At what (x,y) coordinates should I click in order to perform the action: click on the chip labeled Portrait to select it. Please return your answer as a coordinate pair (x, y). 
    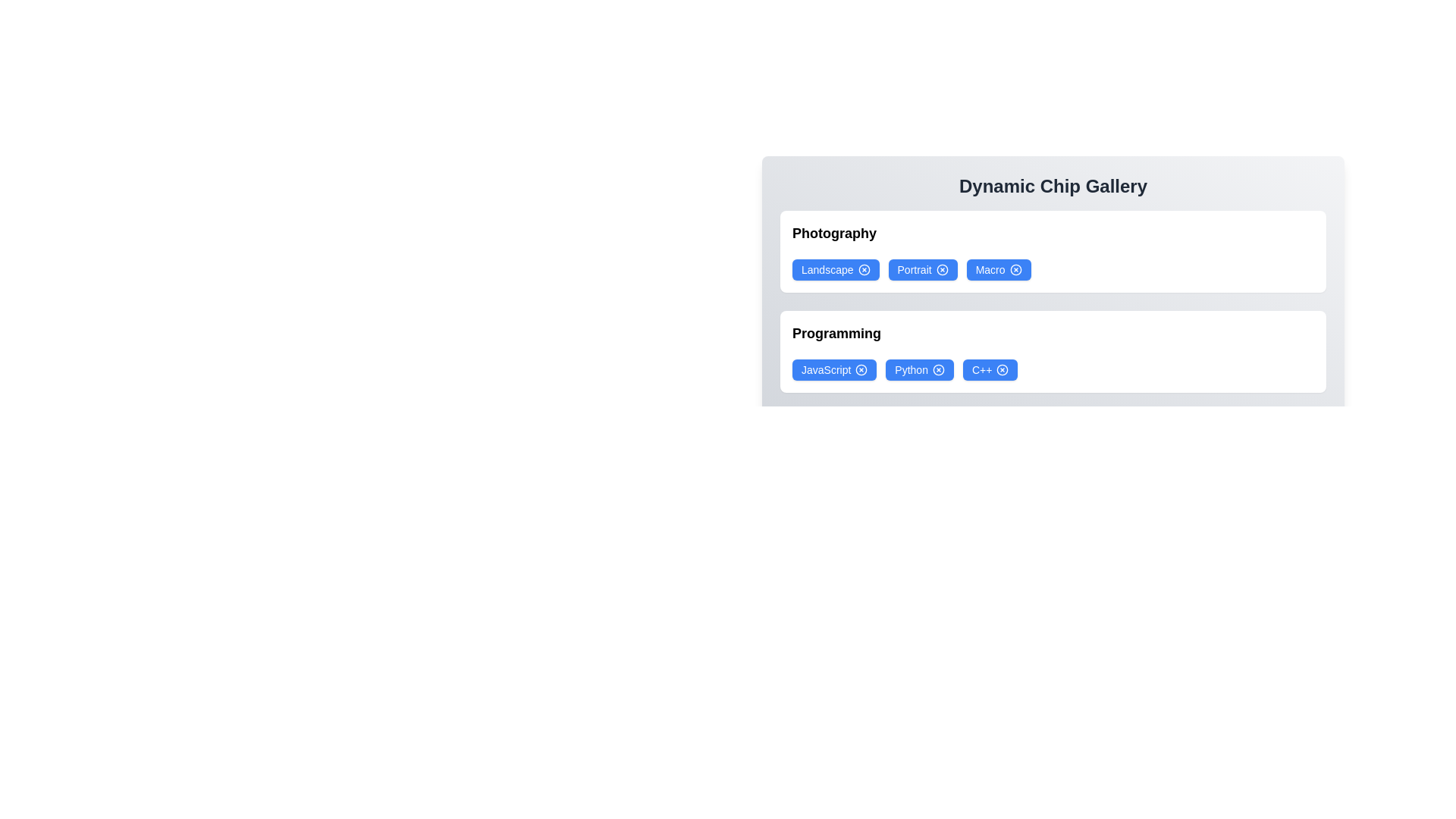
    Looking at the image, I should click on (922, 268).